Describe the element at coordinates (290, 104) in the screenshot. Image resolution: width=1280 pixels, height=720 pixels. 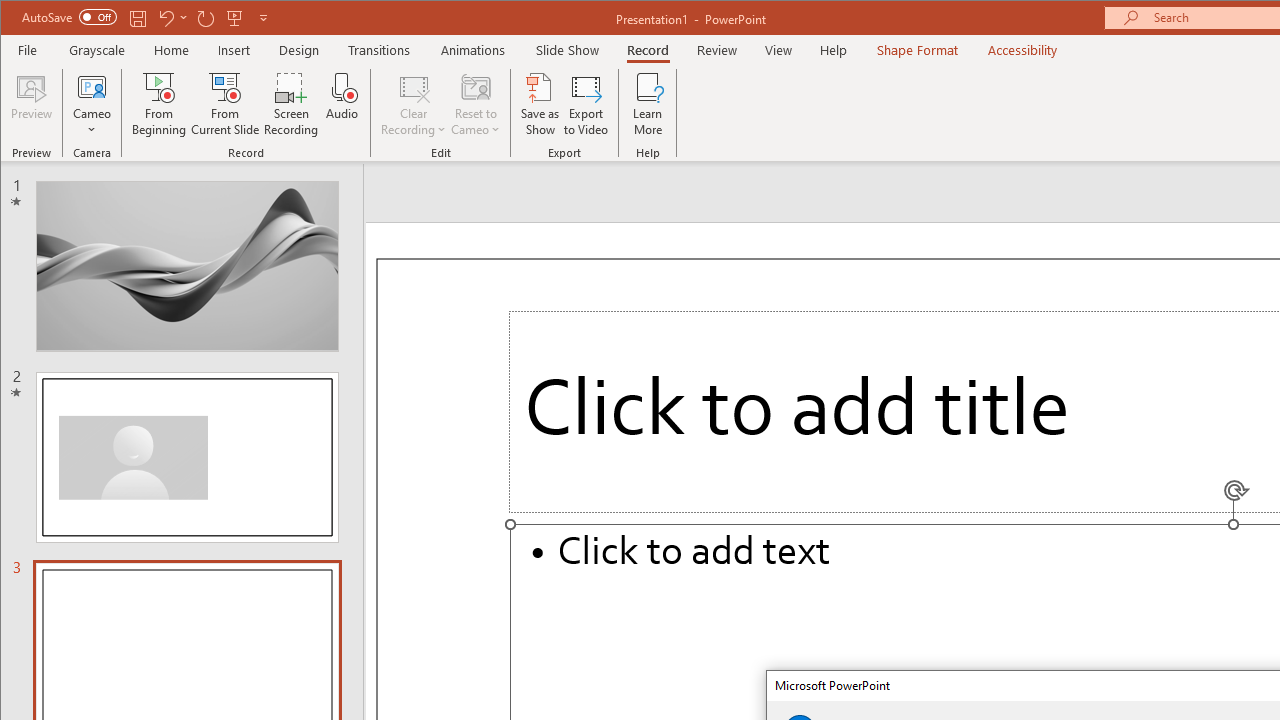
I see `'Screen Recording'` at that location.